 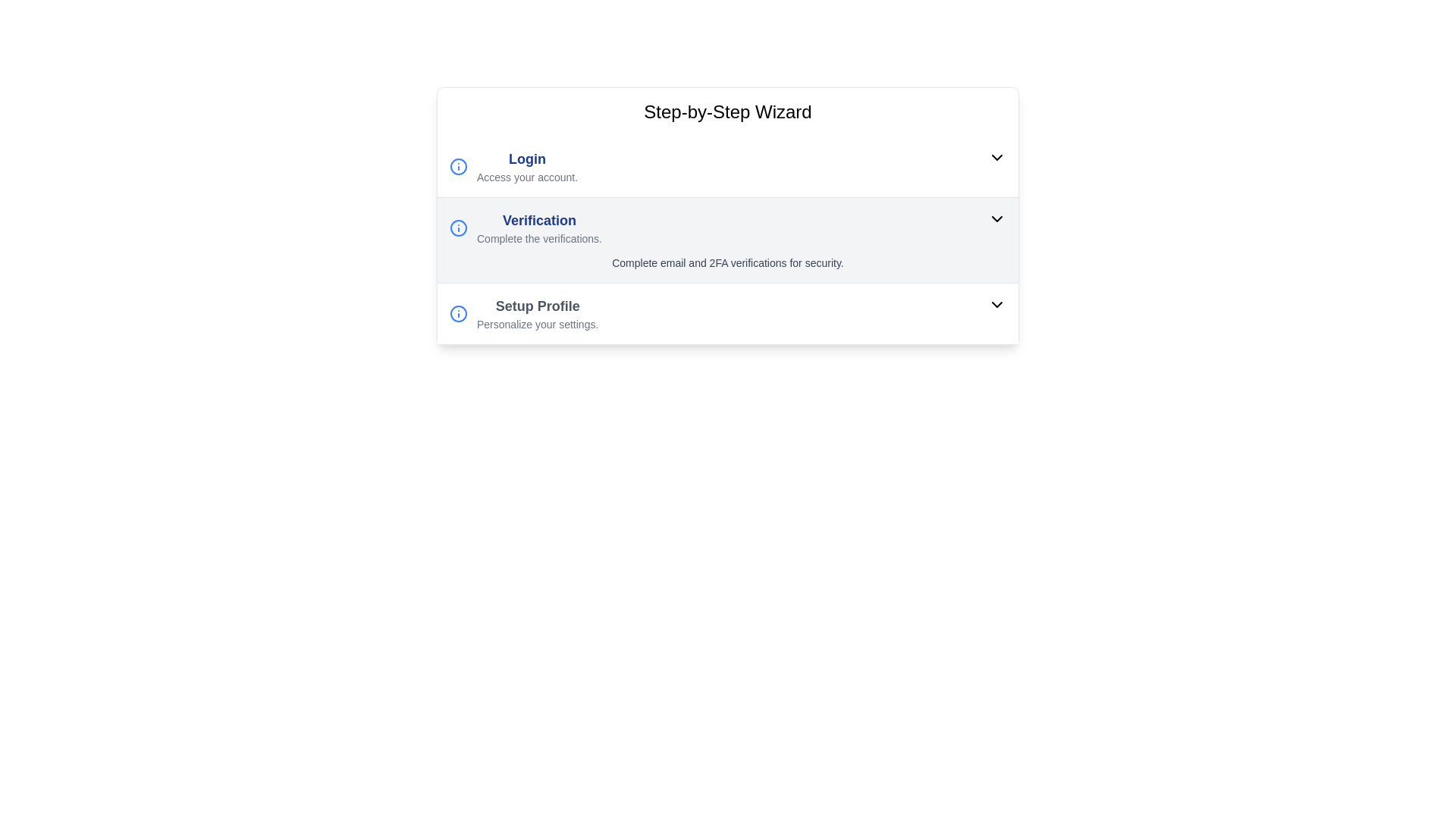 I want to click on the 'Setup Profile' section in the vertical list, so click(x=728, y=312).